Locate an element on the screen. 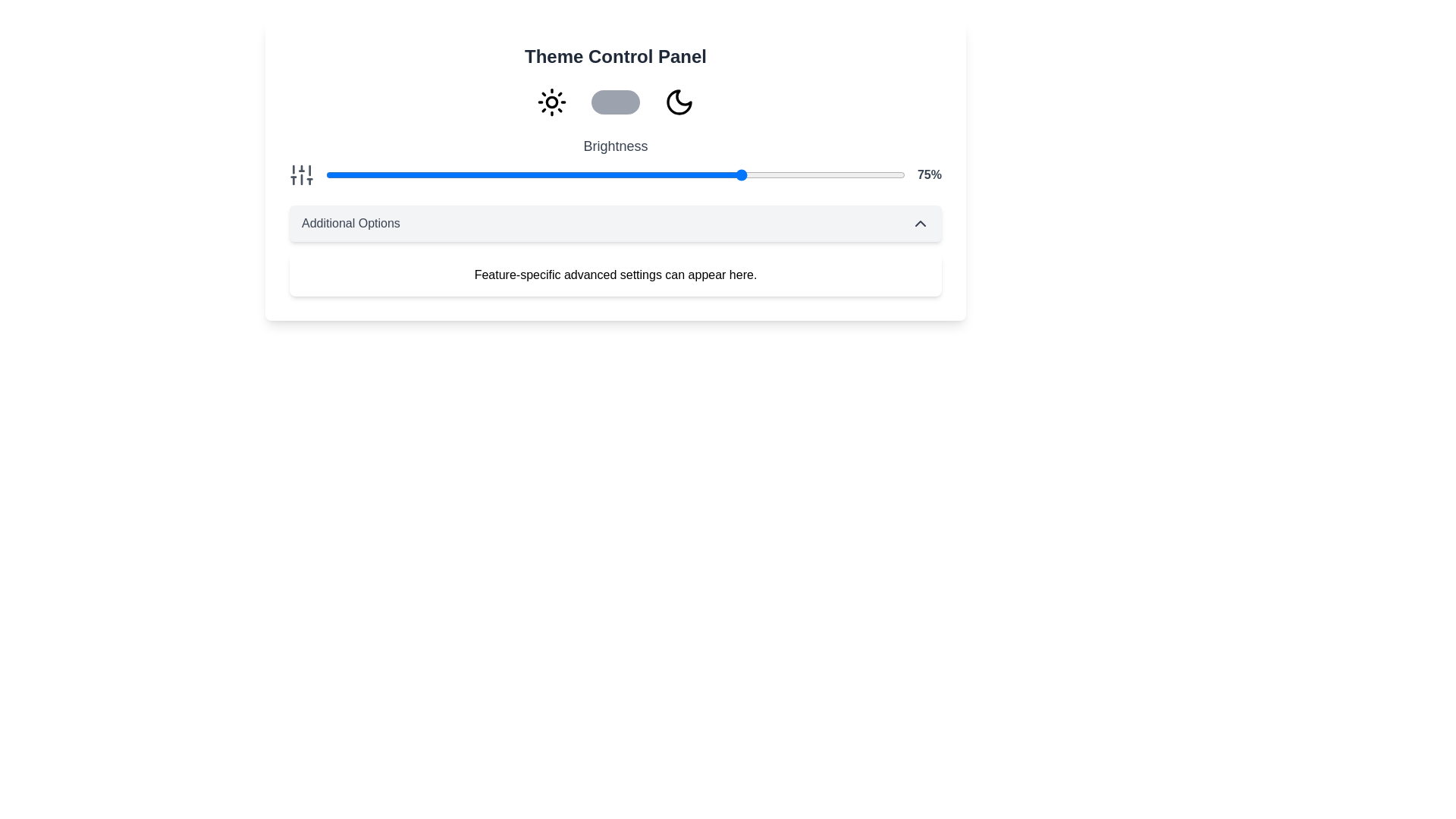  the night mode icon located in the top-right section of the interface, immediately to the right of the toggle switch is located at coordinates (679, 102).